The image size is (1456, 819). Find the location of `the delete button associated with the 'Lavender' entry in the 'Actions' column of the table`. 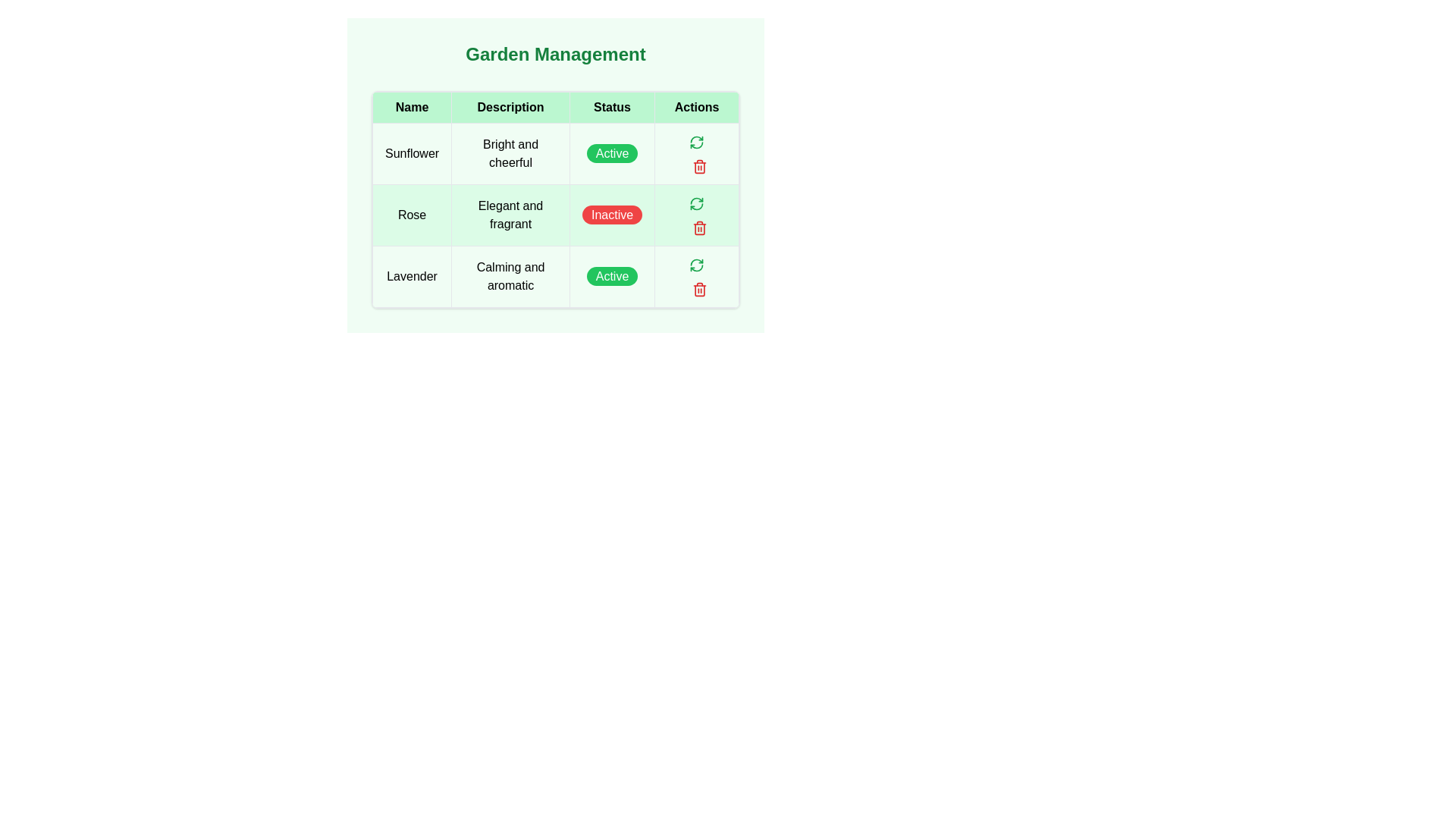

the delete button associated with the 'Lavender' entry in the 'Actions' column of the table is located at coordinates (699, 289).